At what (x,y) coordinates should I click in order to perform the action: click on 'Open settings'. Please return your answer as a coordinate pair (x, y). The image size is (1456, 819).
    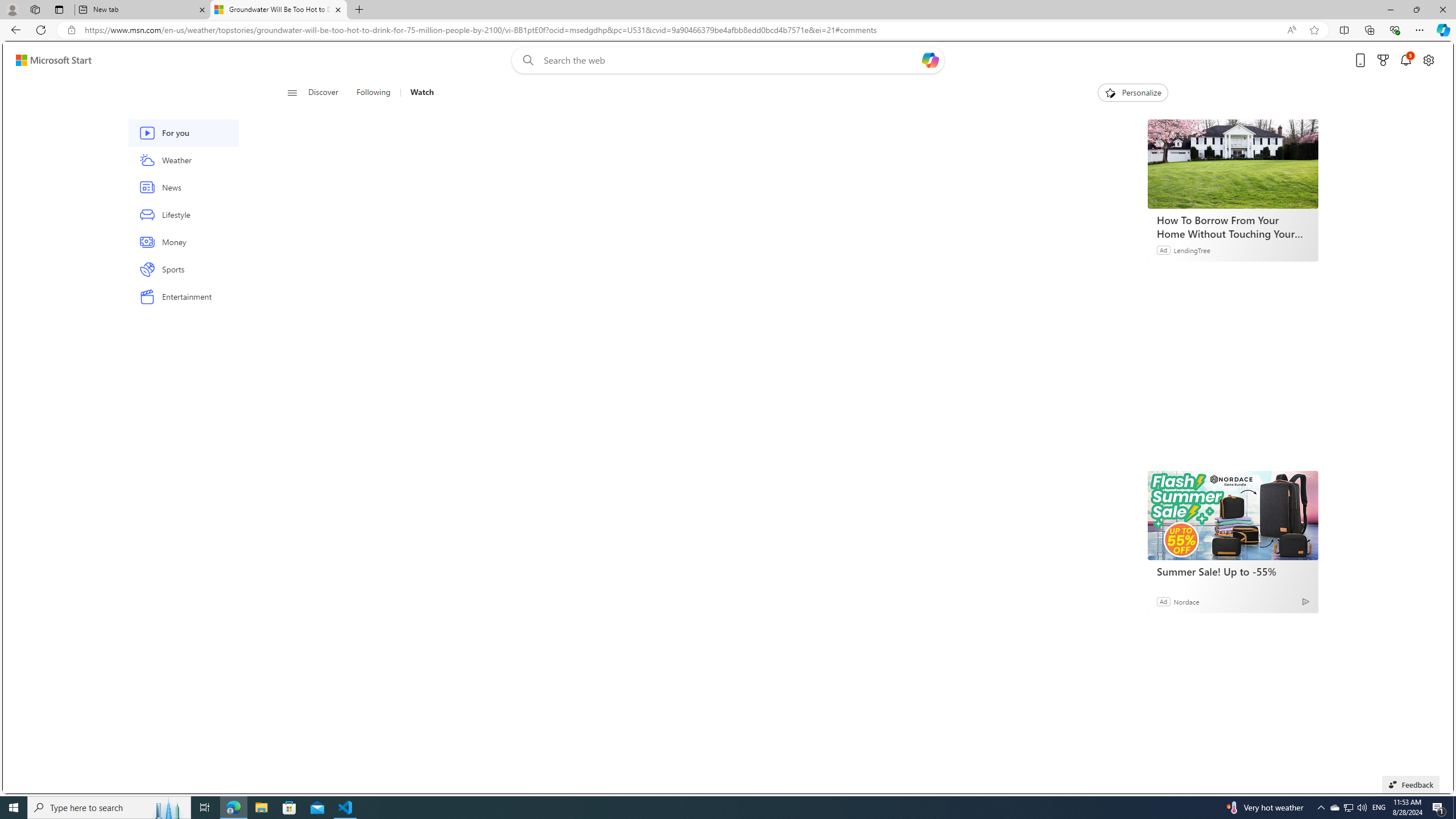
    Looking at the image, I should click on (1428, 60).